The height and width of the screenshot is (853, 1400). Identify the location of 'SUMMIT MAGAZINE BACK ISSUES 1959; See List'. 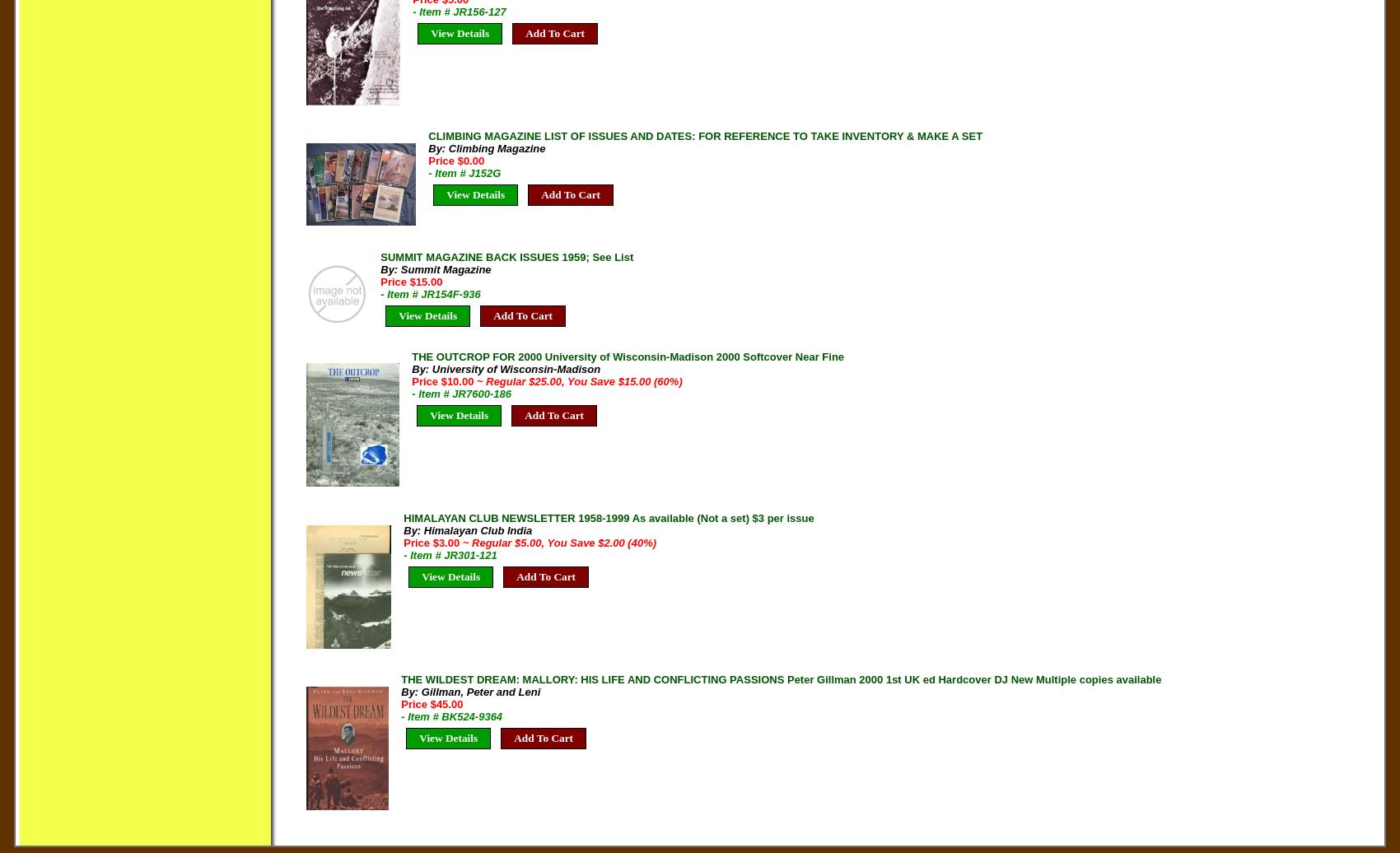
(506, 256).